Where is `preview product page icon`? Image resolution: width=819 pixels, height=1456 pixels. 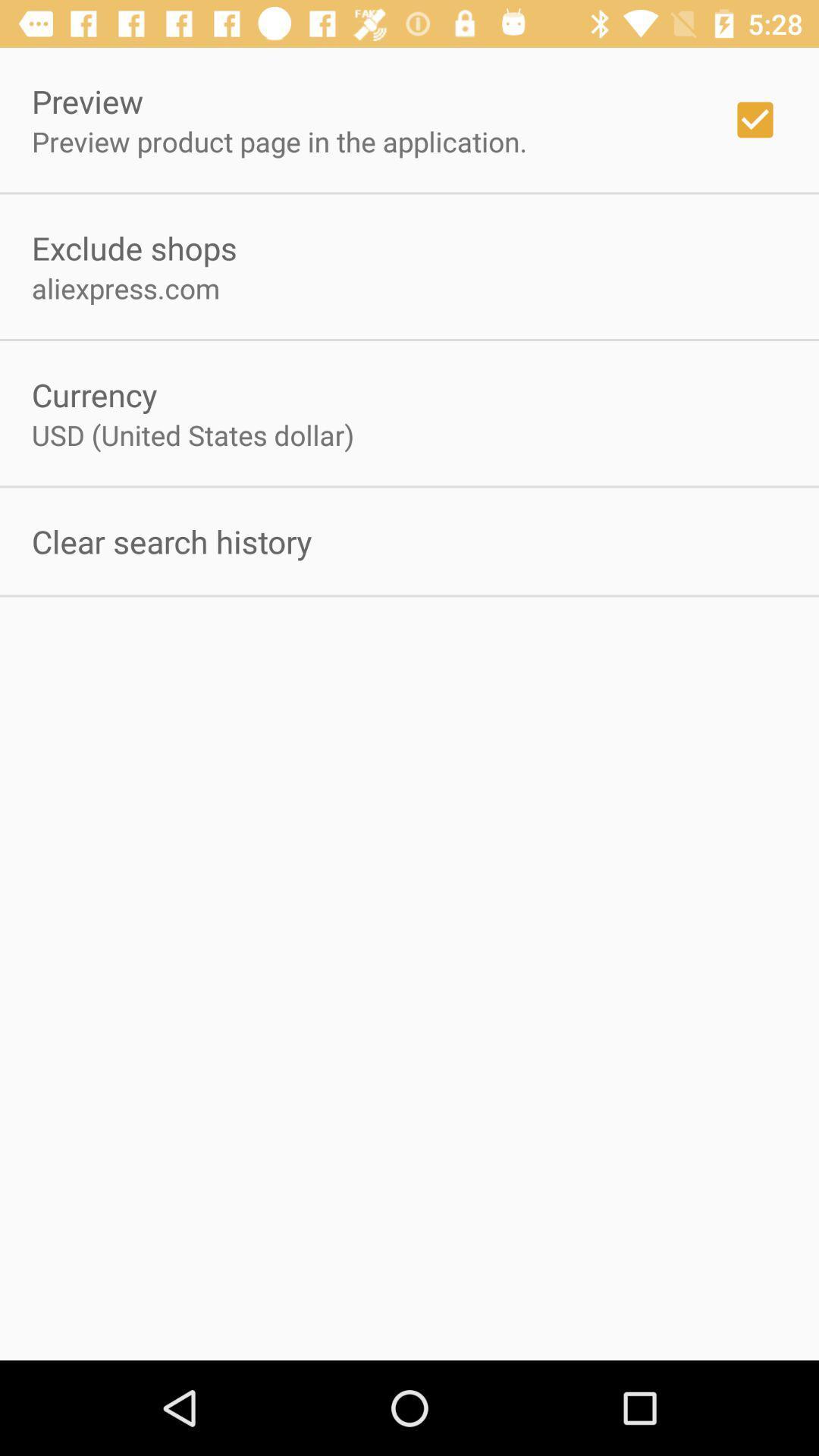
preview product page icon is located at coordinates (279, 141).